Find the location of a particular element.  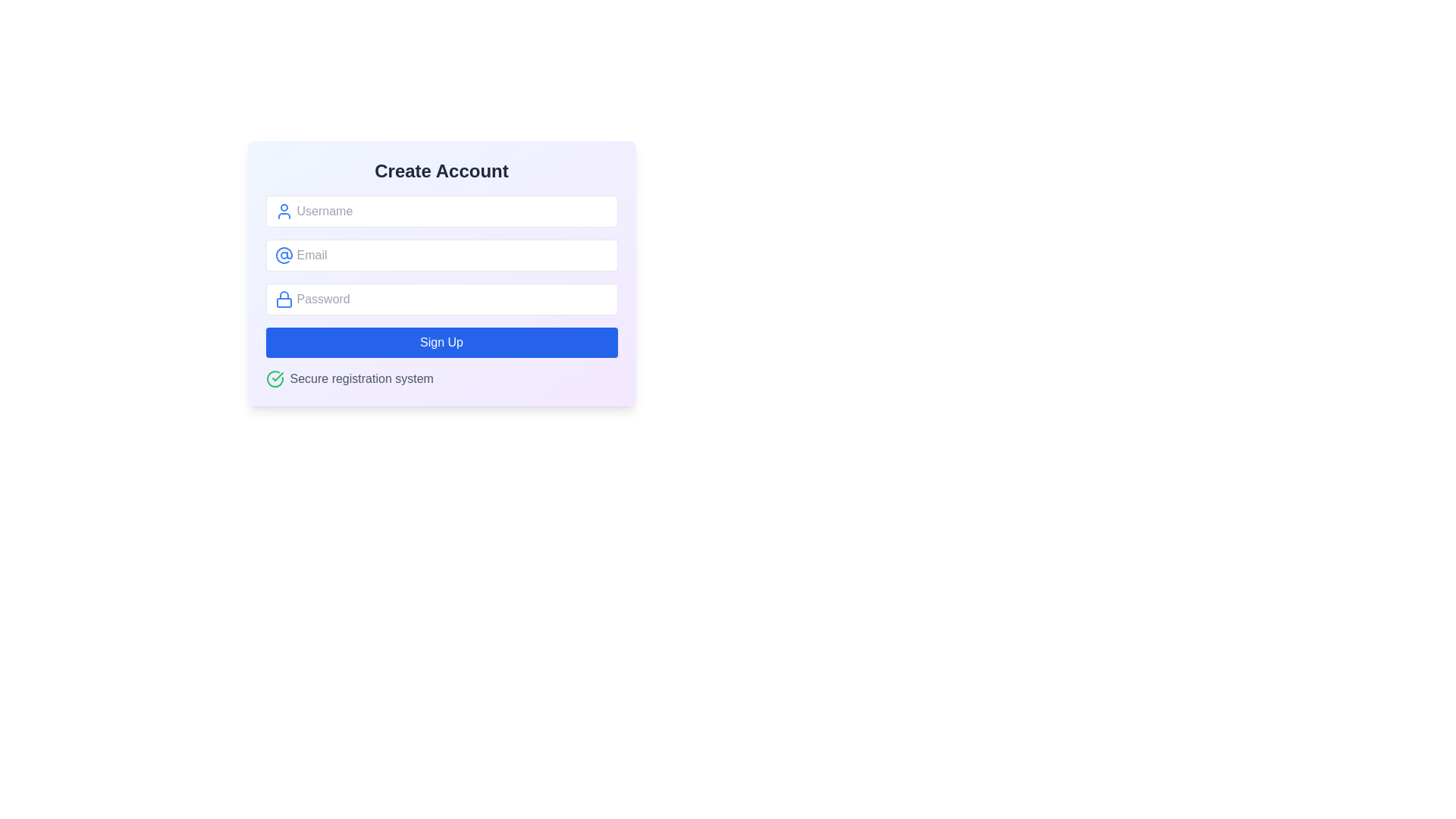

the blue 'at-sign' icon located to the left of the email input field, which is styled with a circular design and a focused blue color is located at coordinates (284, 254).